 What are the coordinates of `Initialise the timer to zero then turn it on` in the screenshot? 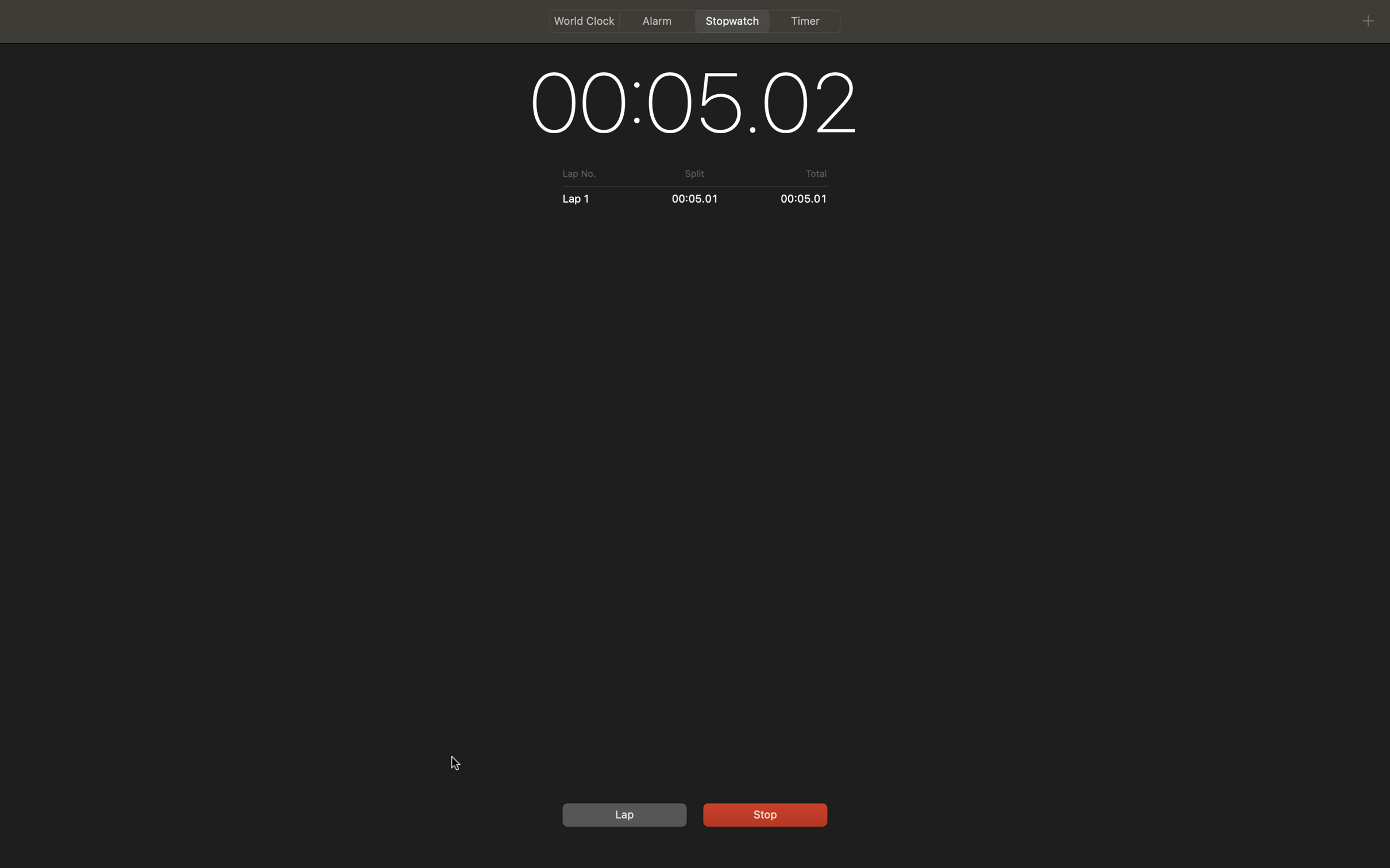 It's located at (622, 814).